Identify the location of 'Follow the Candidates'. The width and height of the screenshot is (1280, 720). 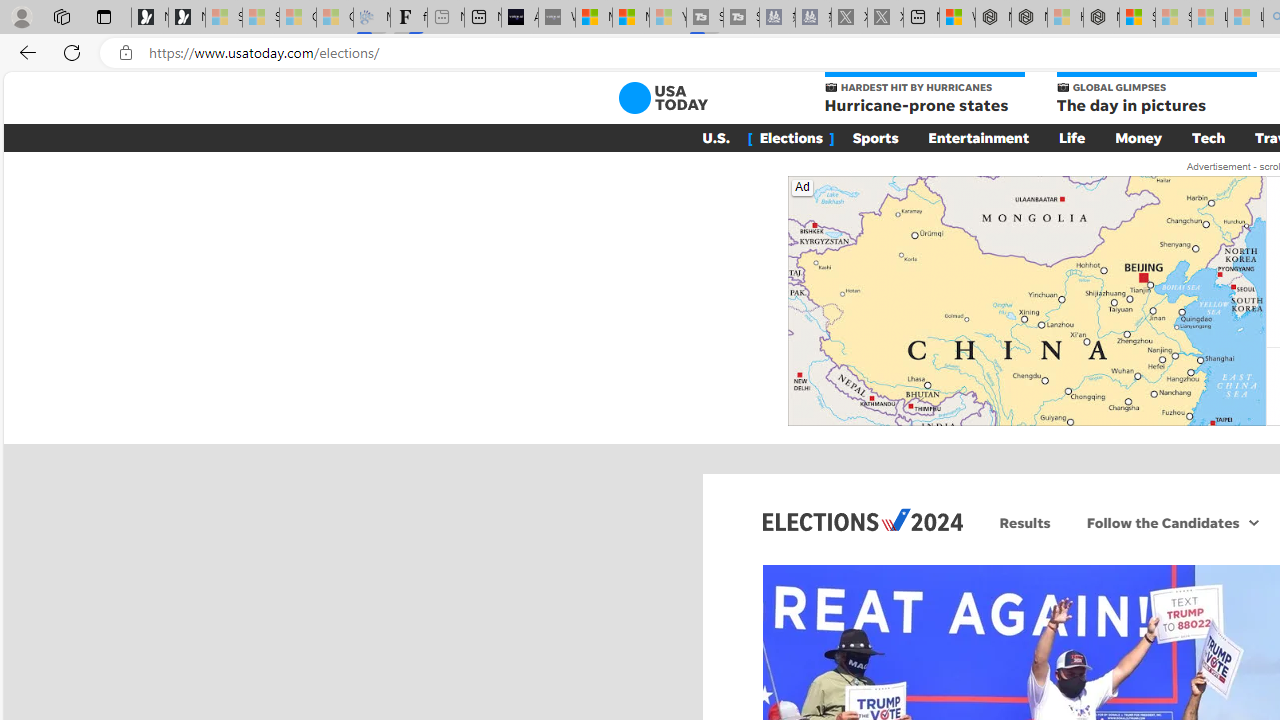
(1160, 521).